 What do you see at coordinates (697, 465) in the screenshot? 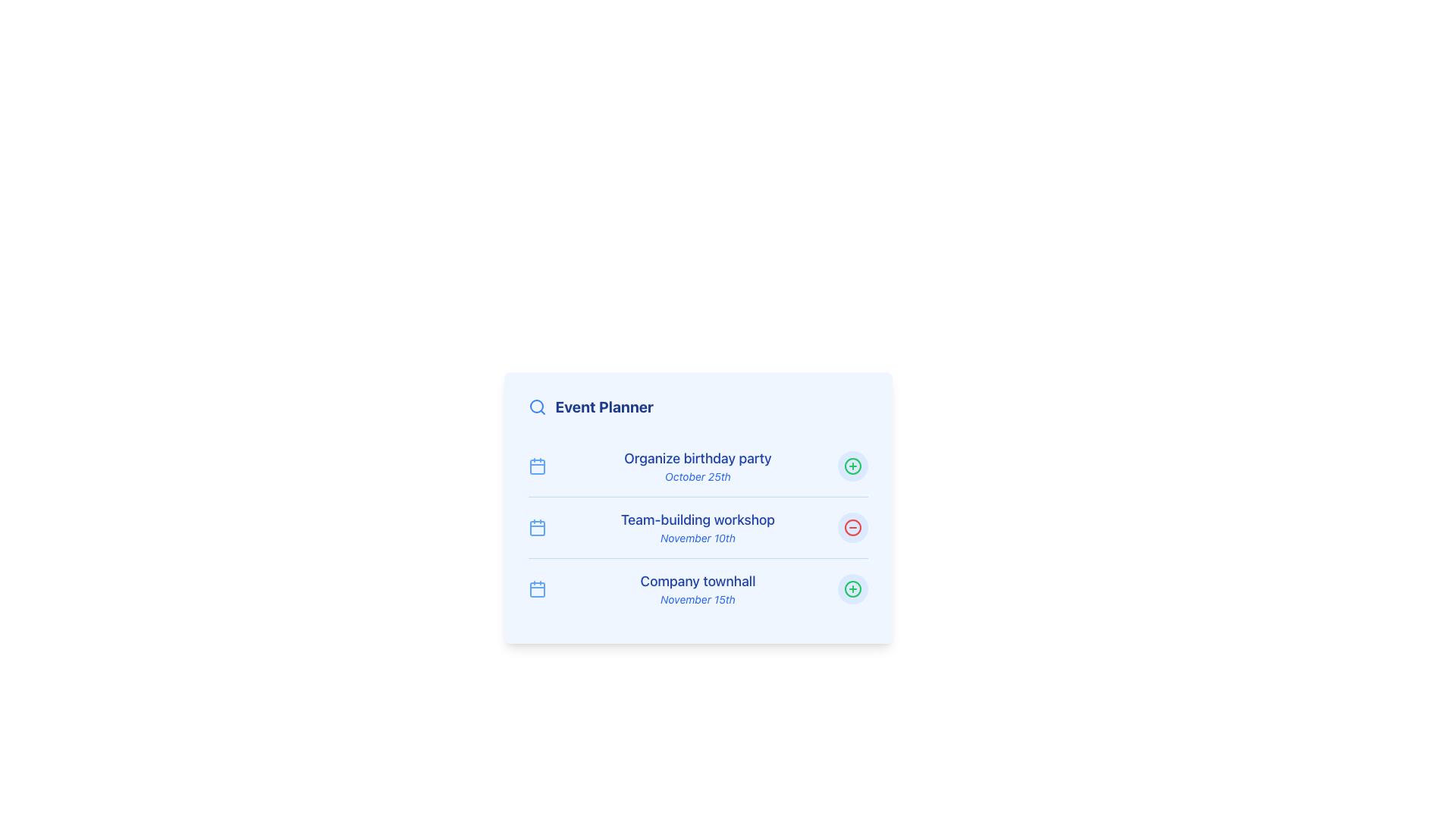
I see `the text label that reads 'Organize birthday party'` at bounding box center [697, 465].